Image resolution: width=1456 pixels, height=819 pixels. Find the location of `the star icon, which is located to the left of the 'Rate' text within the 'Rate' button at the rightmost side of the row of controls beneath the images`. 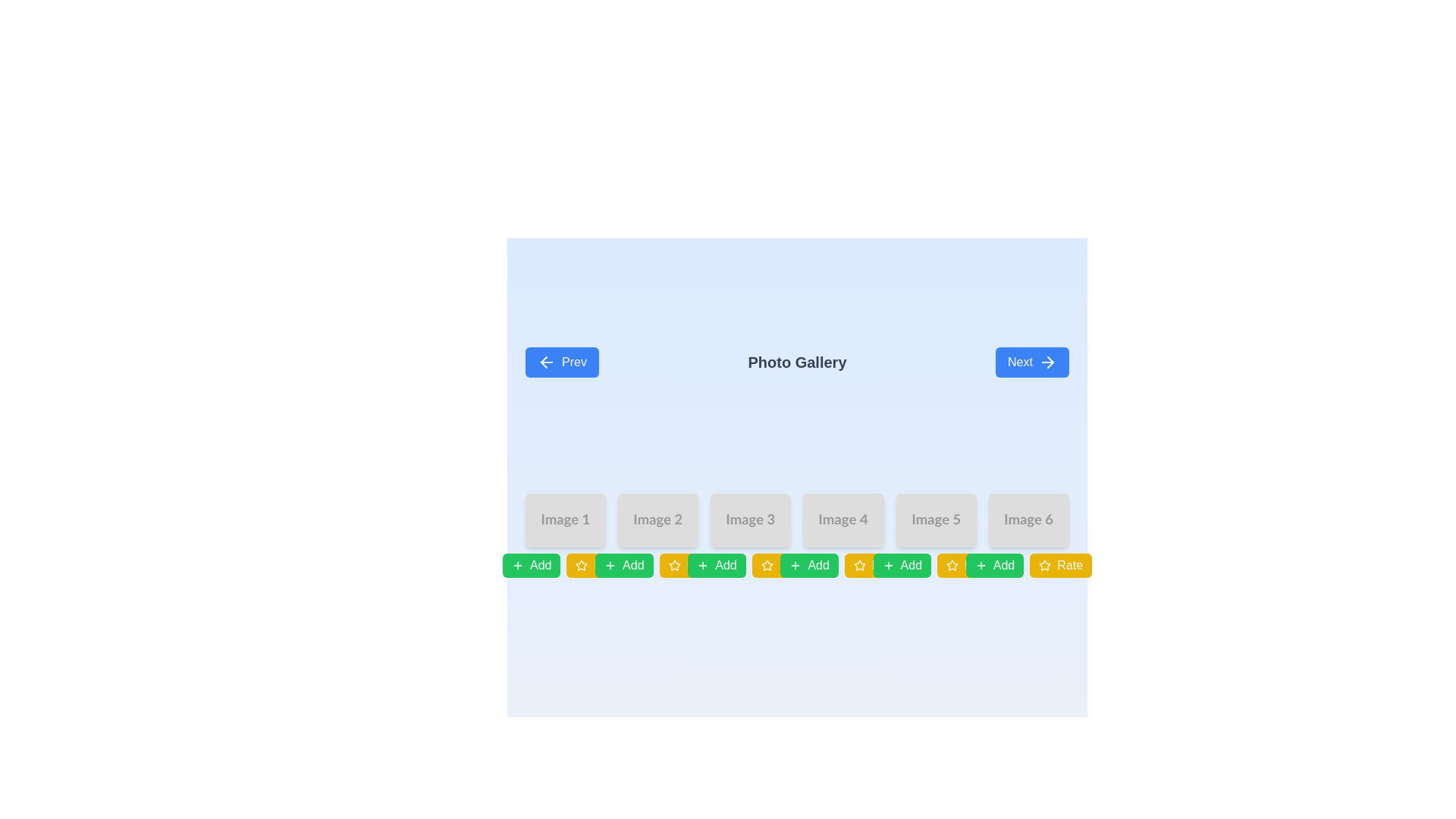

the star icon, which is located to the left of the 'Rate' text within the 'Rate' button at the rightmost side of the row of controls beneath the images is located at coordinates (952, 565).